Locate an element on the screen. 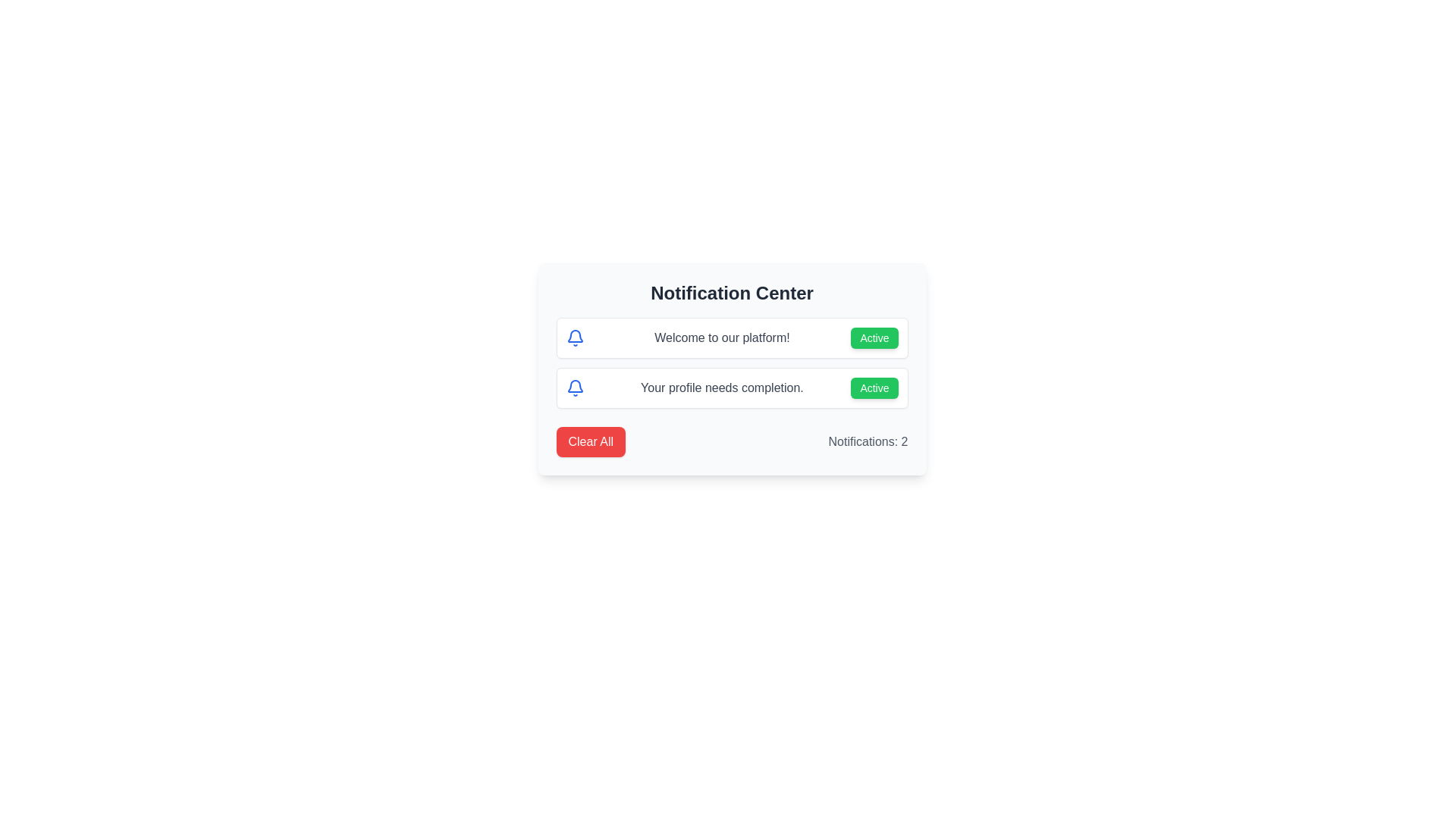  the notification icon located at the left edge of the 'Your profile needs completion.' notification item is located at coordinates (574, 388).